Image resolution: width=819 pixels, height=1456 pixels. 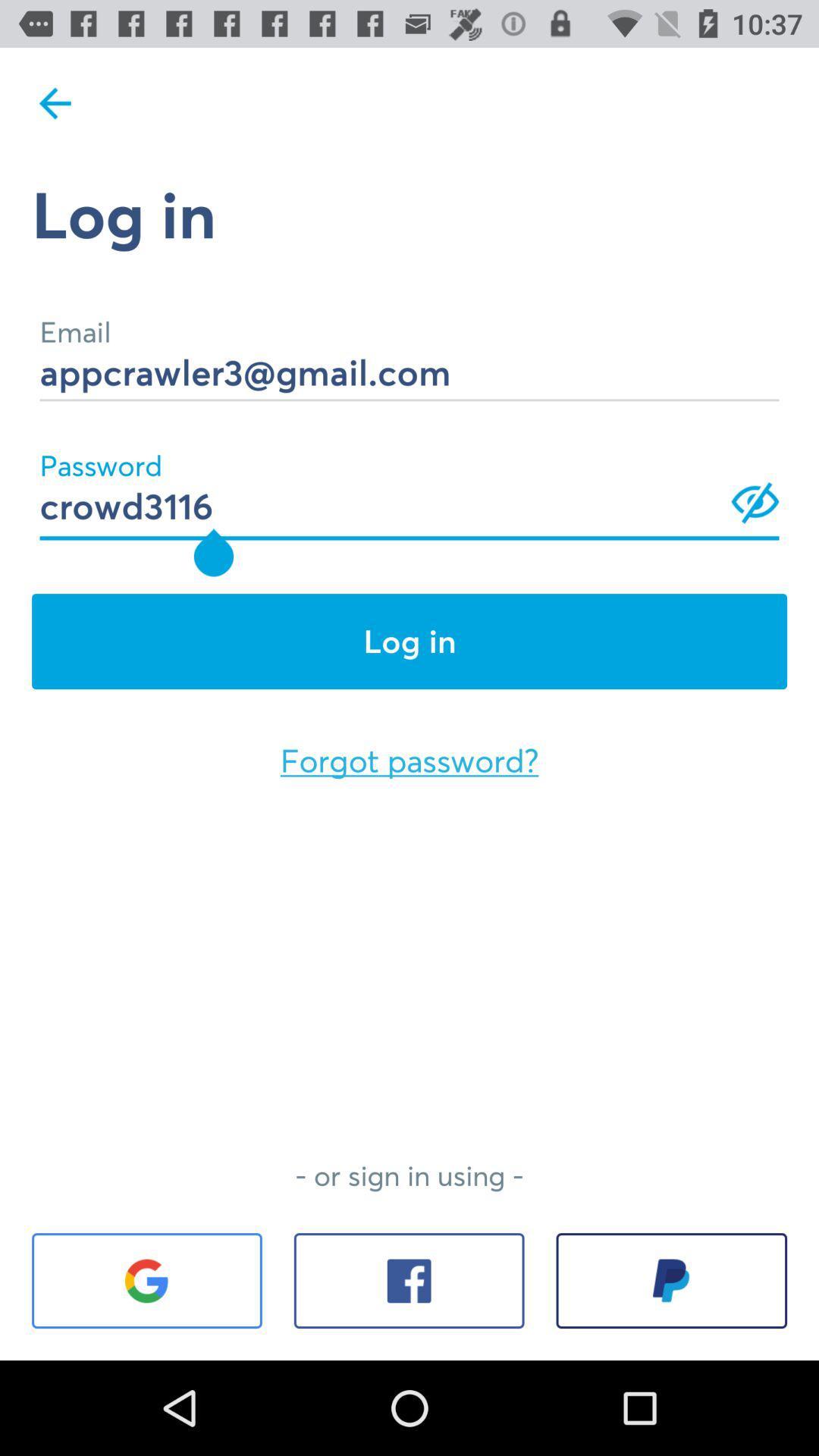 I want to click on the icon below or sign in, so click(x=146, y=1280).